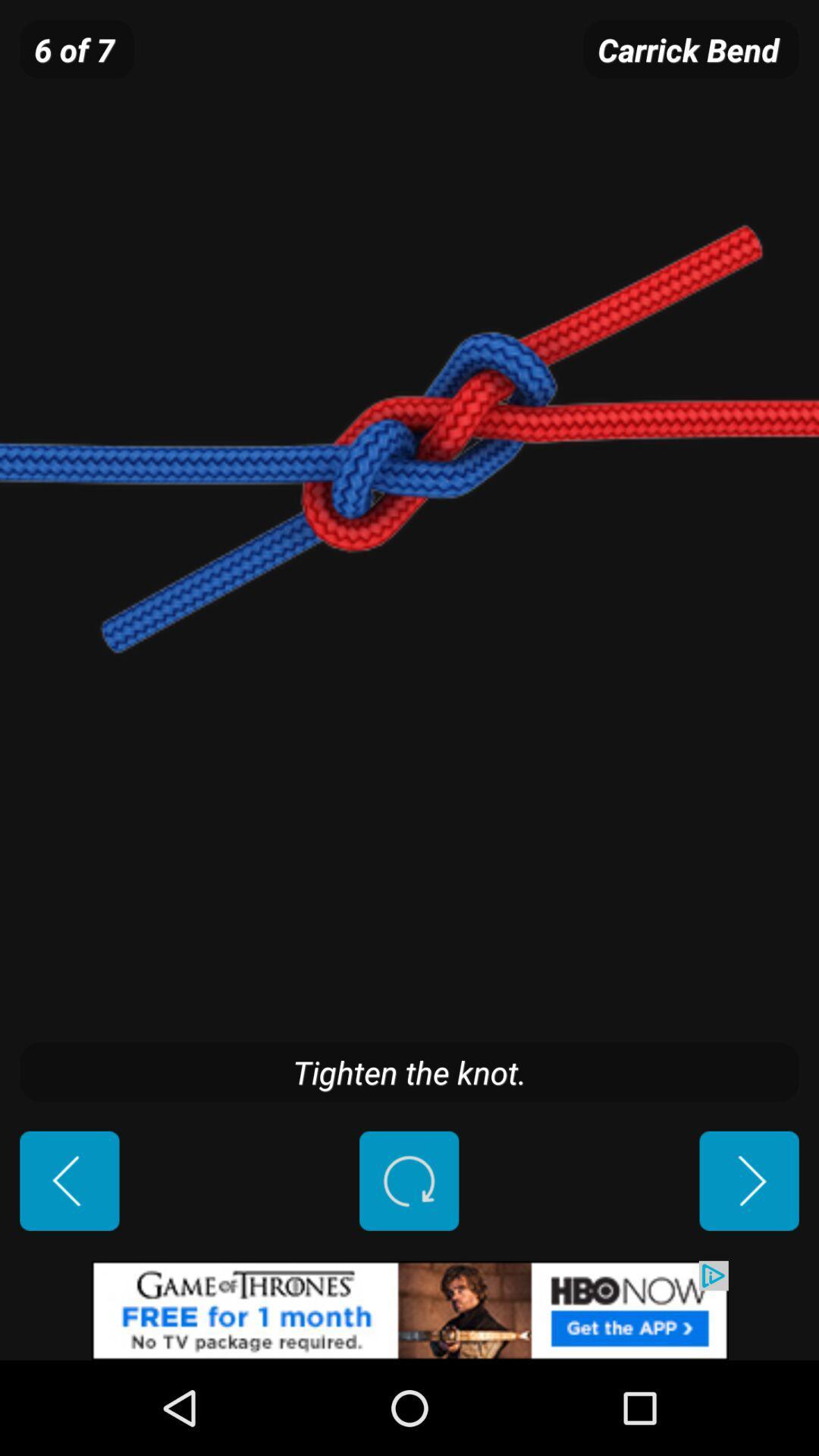 Image resolution: width=819 pixels, height=1456 pixels. What do you see at coordinates (409, 1310) in the screenshot?
I see `advertisement source` at bounding box center [409, 1310].